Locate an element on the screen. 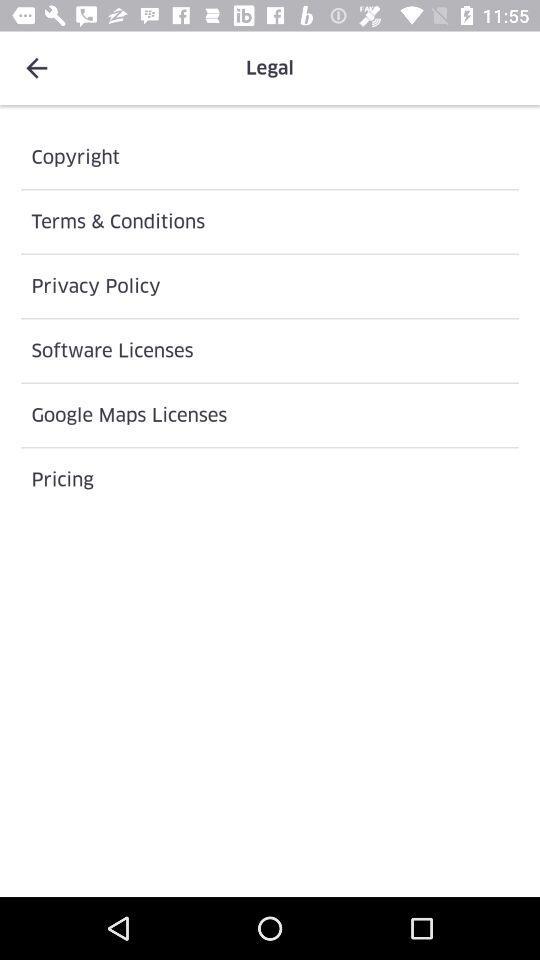 The height and width of the screenshot is (960, 540). google maps licenses icon is located at coordinates (270, 414).